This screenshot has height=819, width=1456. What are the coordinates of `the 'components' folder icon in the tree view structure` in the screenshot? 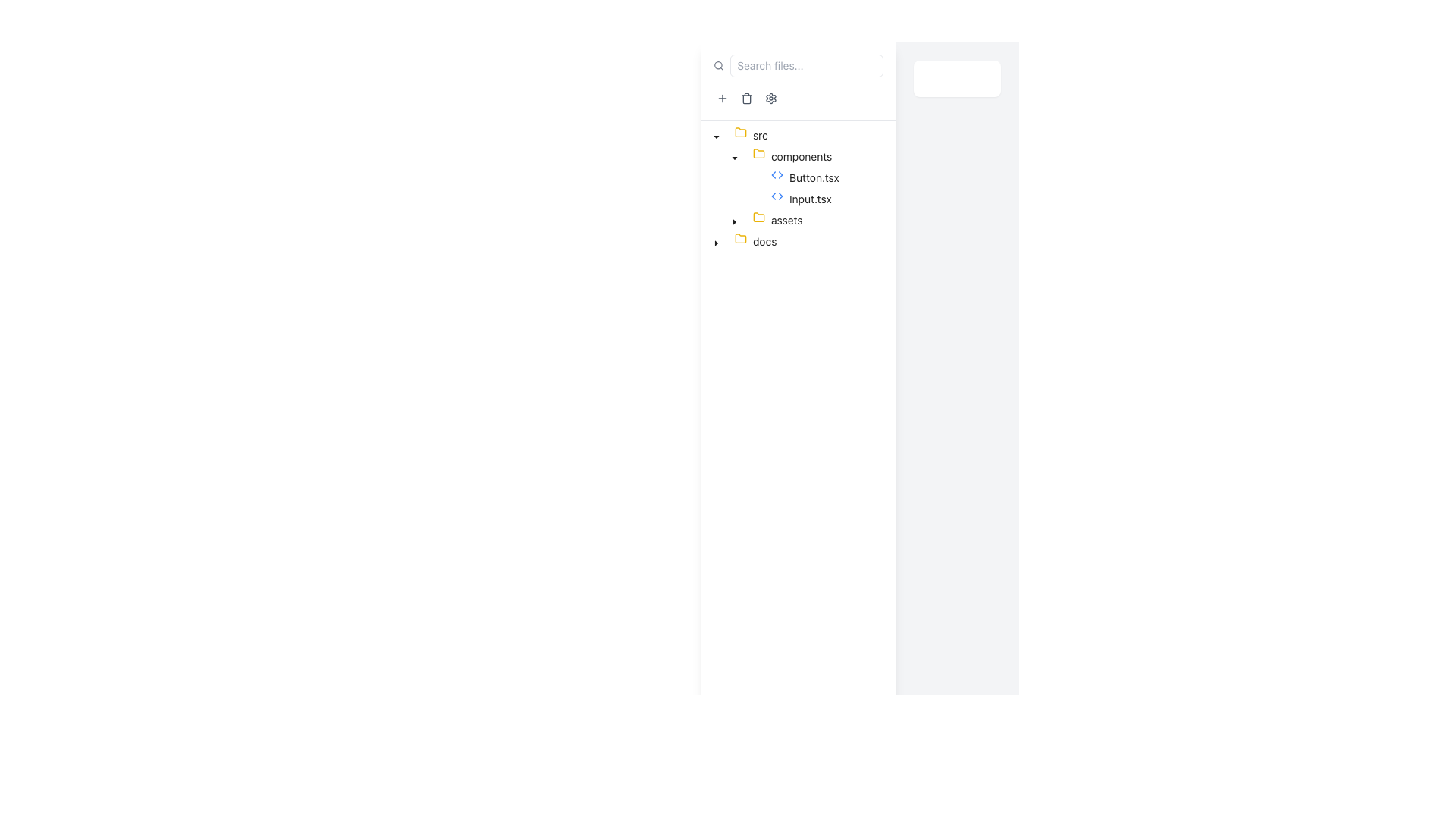 It's located at (777, 195).